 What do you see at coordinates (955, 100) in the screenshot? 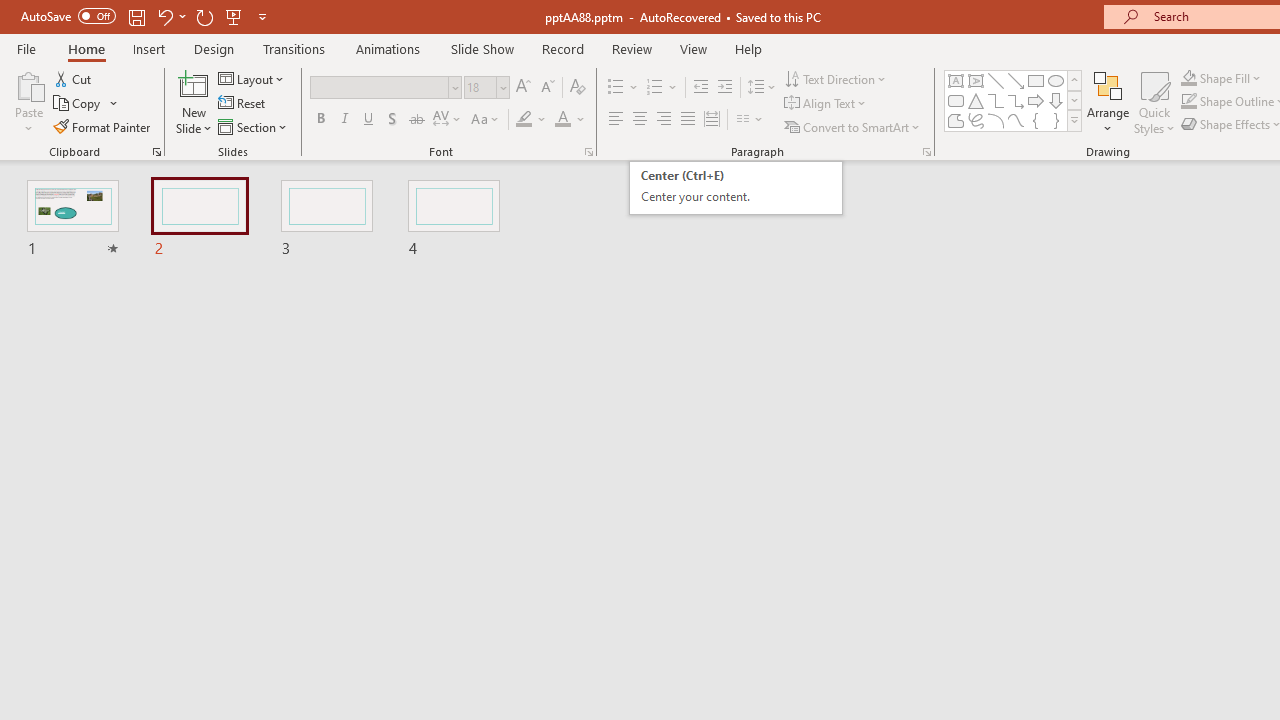
I see `'Rectangle: Rounded Corners'` at bounding box center [955, 100].